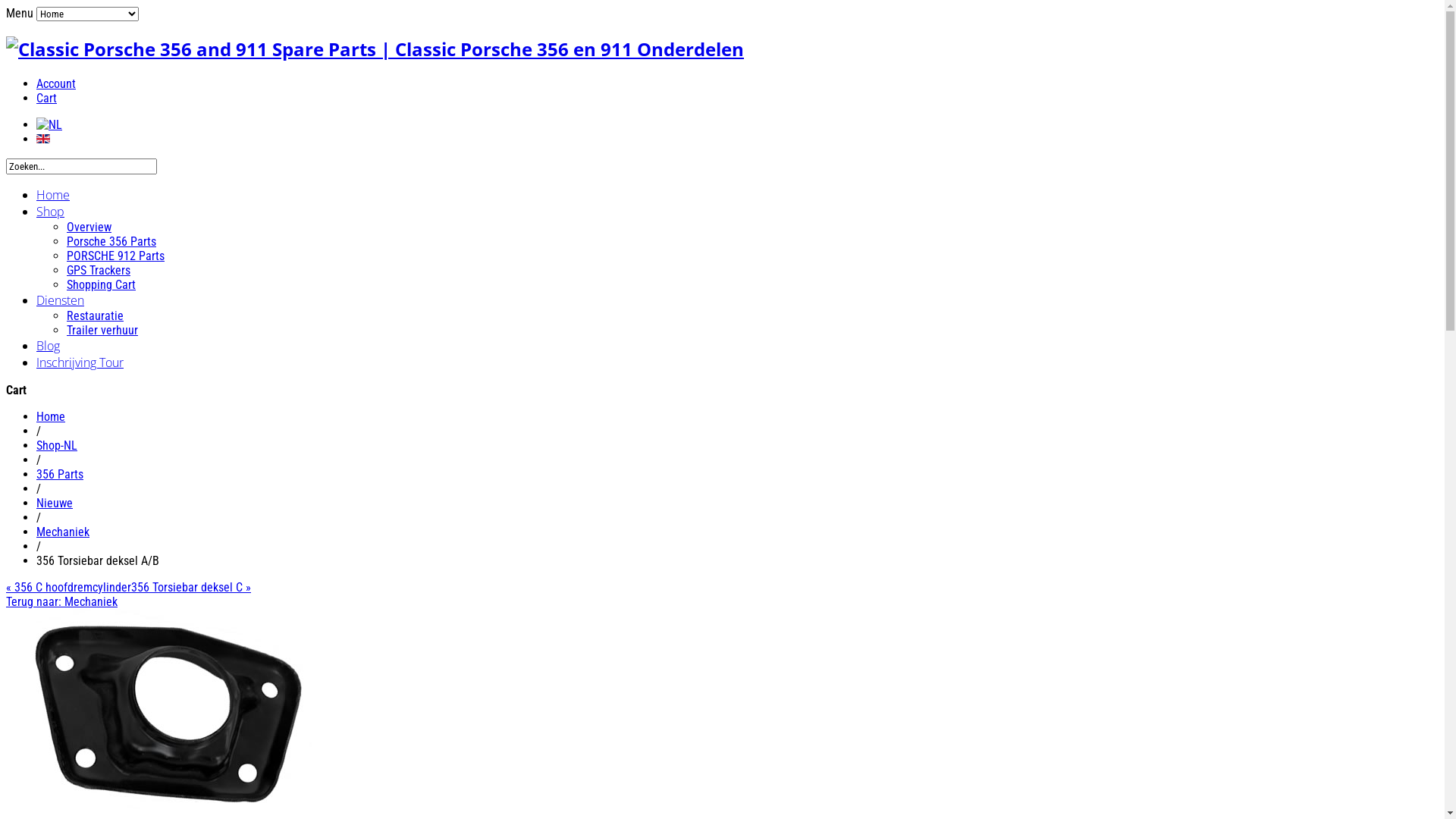 The height and width of the screenshot is (819, 1456). What do you see at coordinates (36, 300) in the screenshot?
I see `'Diensten'` at bounding box center [36, 300].